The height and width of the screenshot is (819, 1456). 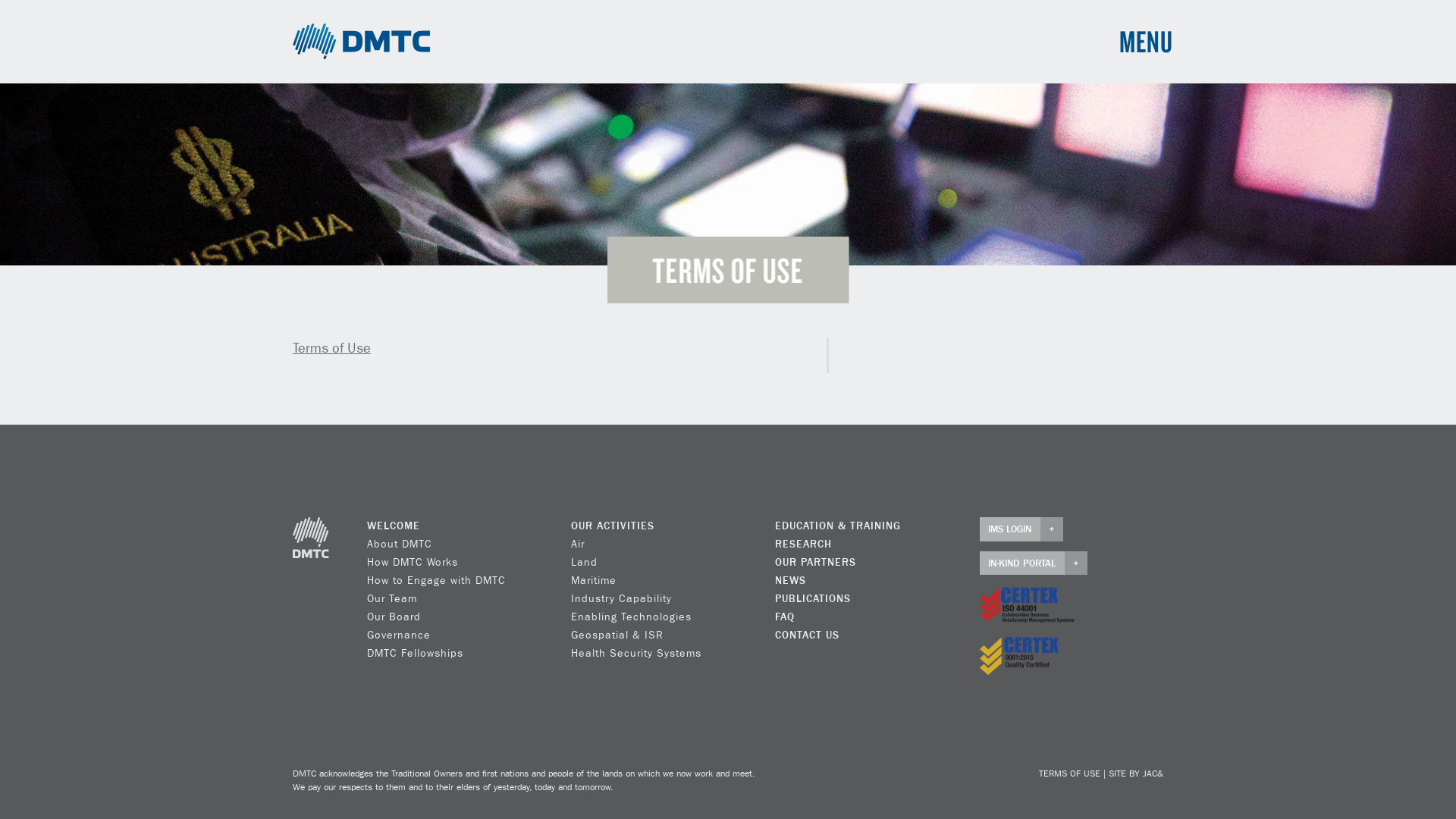 I want to click on 'Terms of Use', so click(x=331, y=348).